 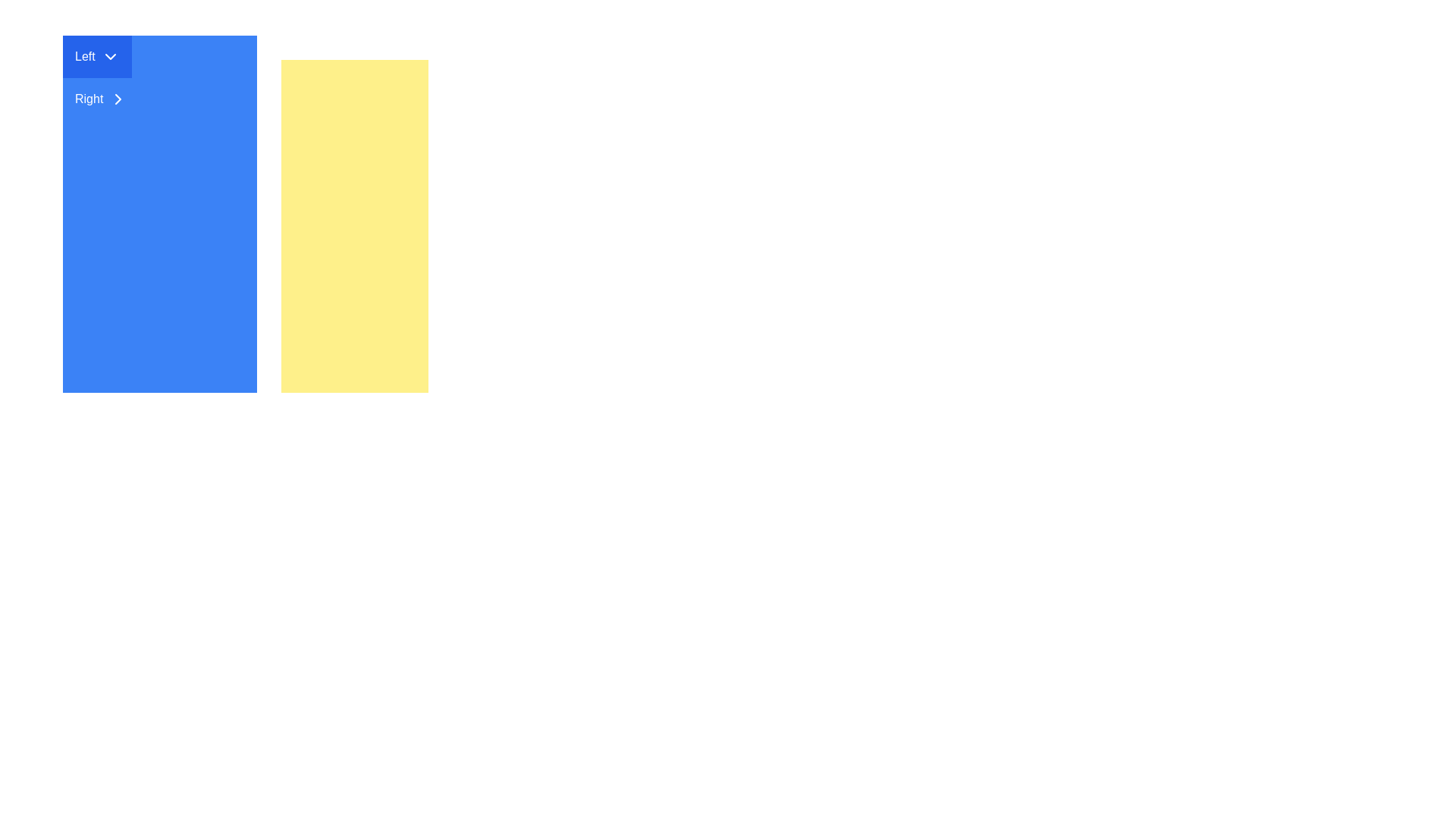 I want to click on the text label 'LEFT' styled in bold, capitalized font on a blue background, located to the left of the downward-pointing chevron icon, so click(x=84, y=55).